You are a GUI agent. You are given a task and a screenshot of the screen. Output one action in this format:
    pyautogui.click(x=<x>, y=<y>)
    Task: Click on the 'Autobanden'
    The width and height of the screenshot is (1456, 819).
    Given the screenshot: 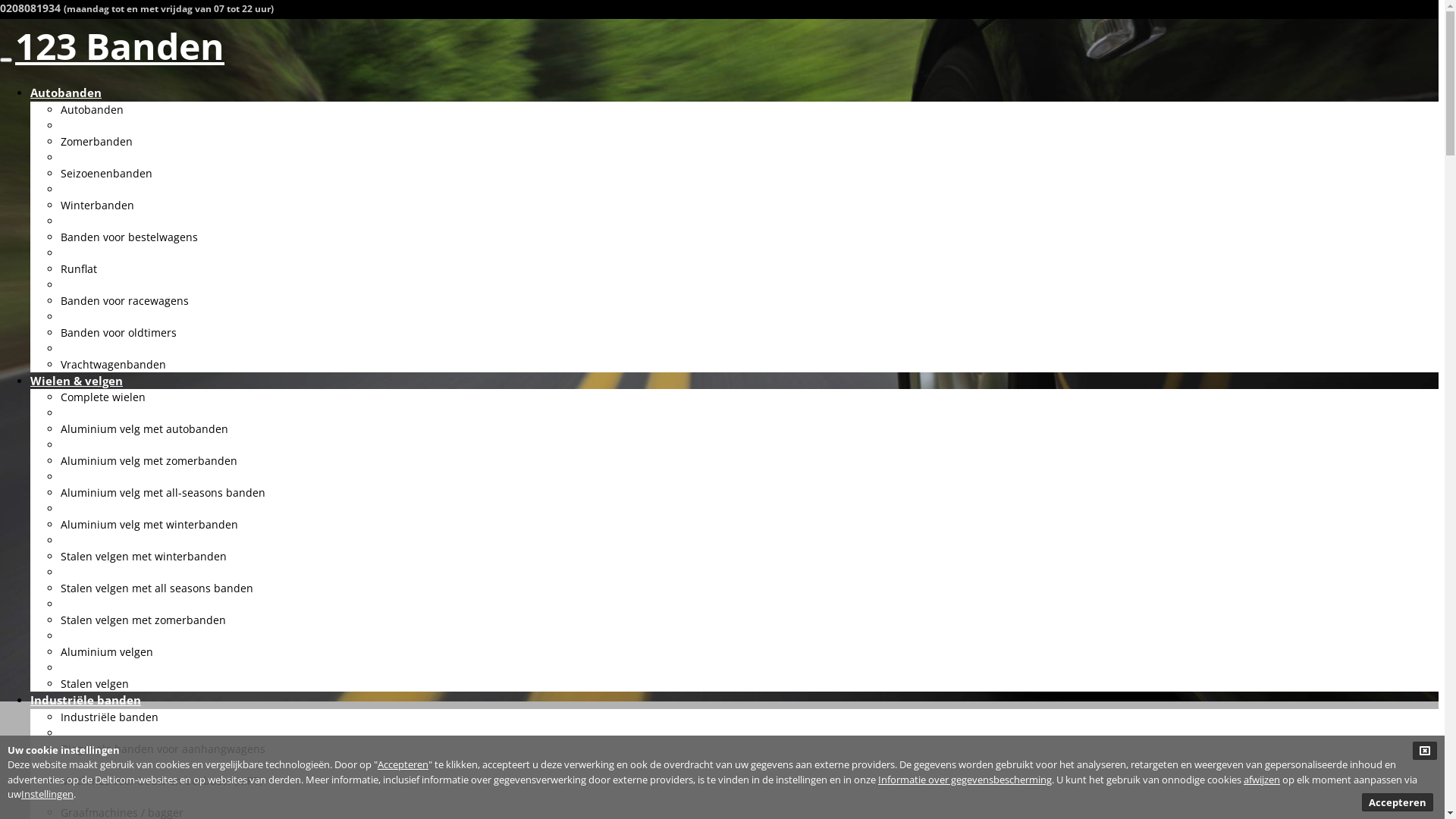 What is the action you would take?
    pyautogui.click(x=91, y=108)
    